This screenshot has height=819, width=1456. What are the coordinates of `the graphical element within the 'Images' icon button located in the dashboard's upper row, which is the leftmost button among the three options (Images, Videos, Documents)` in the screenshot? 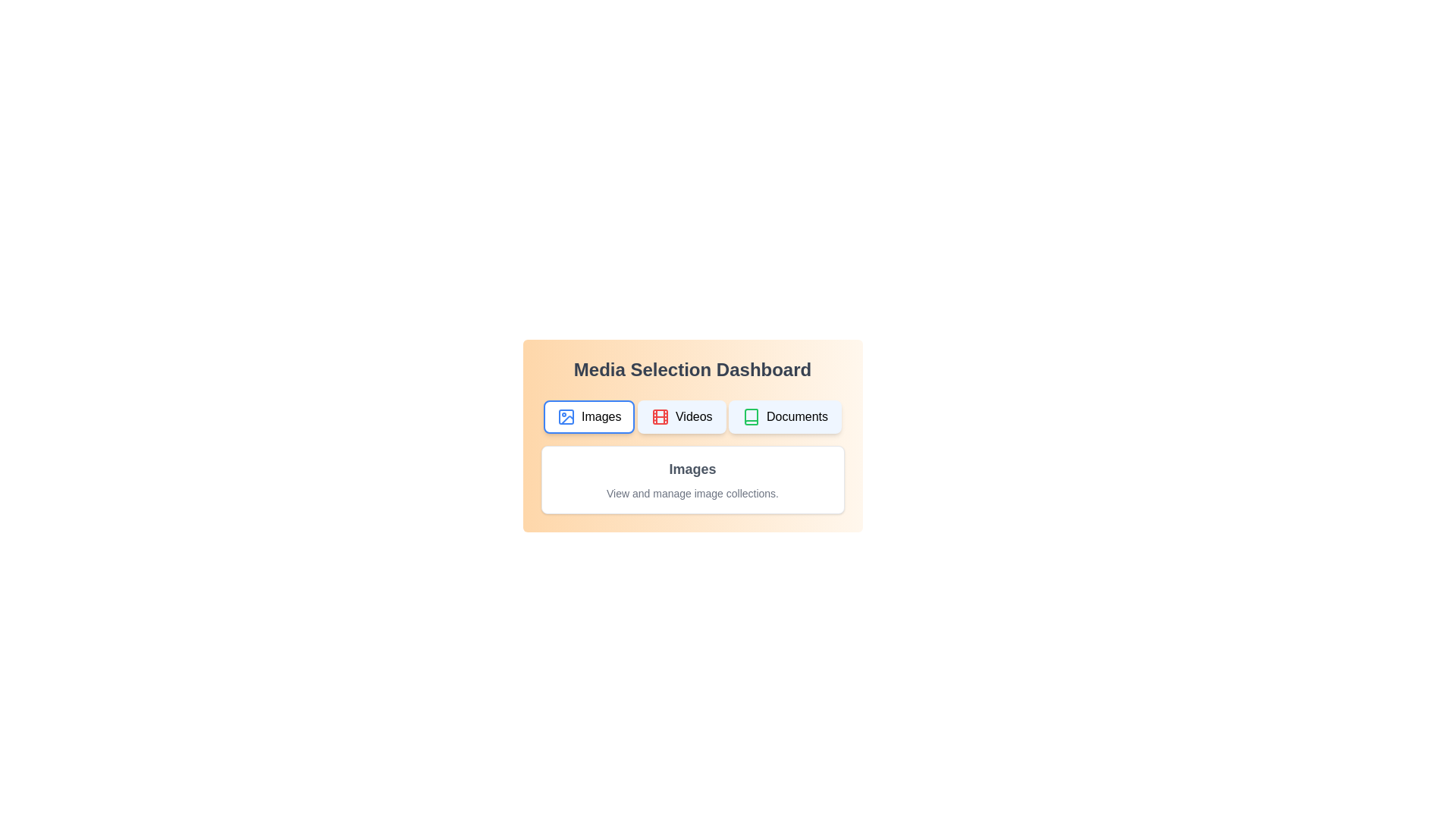 It's located at (566, 417).